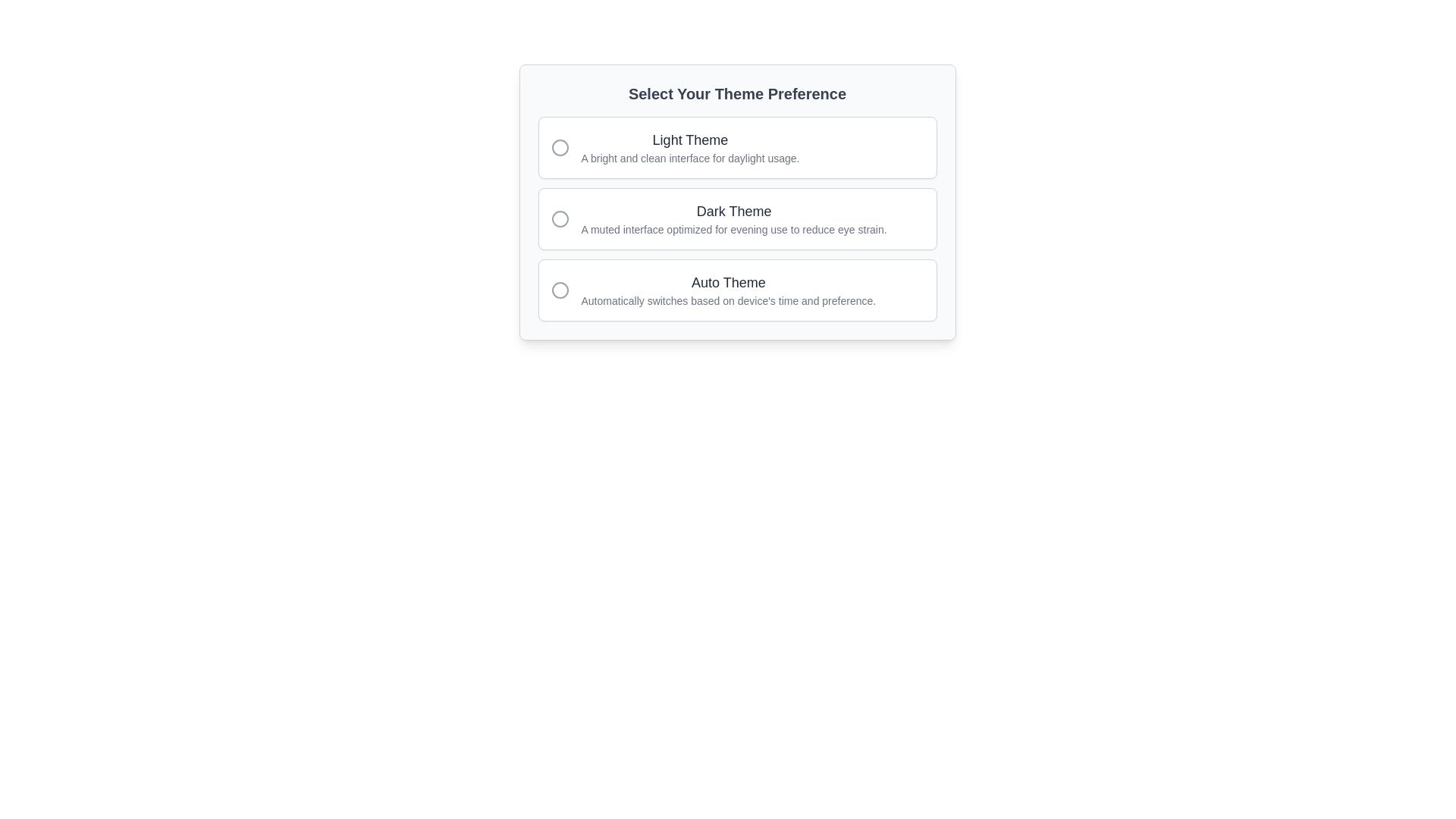  What do you see at coordinates (559, 148) in the screenshot?
I see `the circular graphical UI component in the SVG graphic that is styled as gray, indicating an inactive state, located to the left of the 'Light Theme' label` at bounding box center [559, 148].